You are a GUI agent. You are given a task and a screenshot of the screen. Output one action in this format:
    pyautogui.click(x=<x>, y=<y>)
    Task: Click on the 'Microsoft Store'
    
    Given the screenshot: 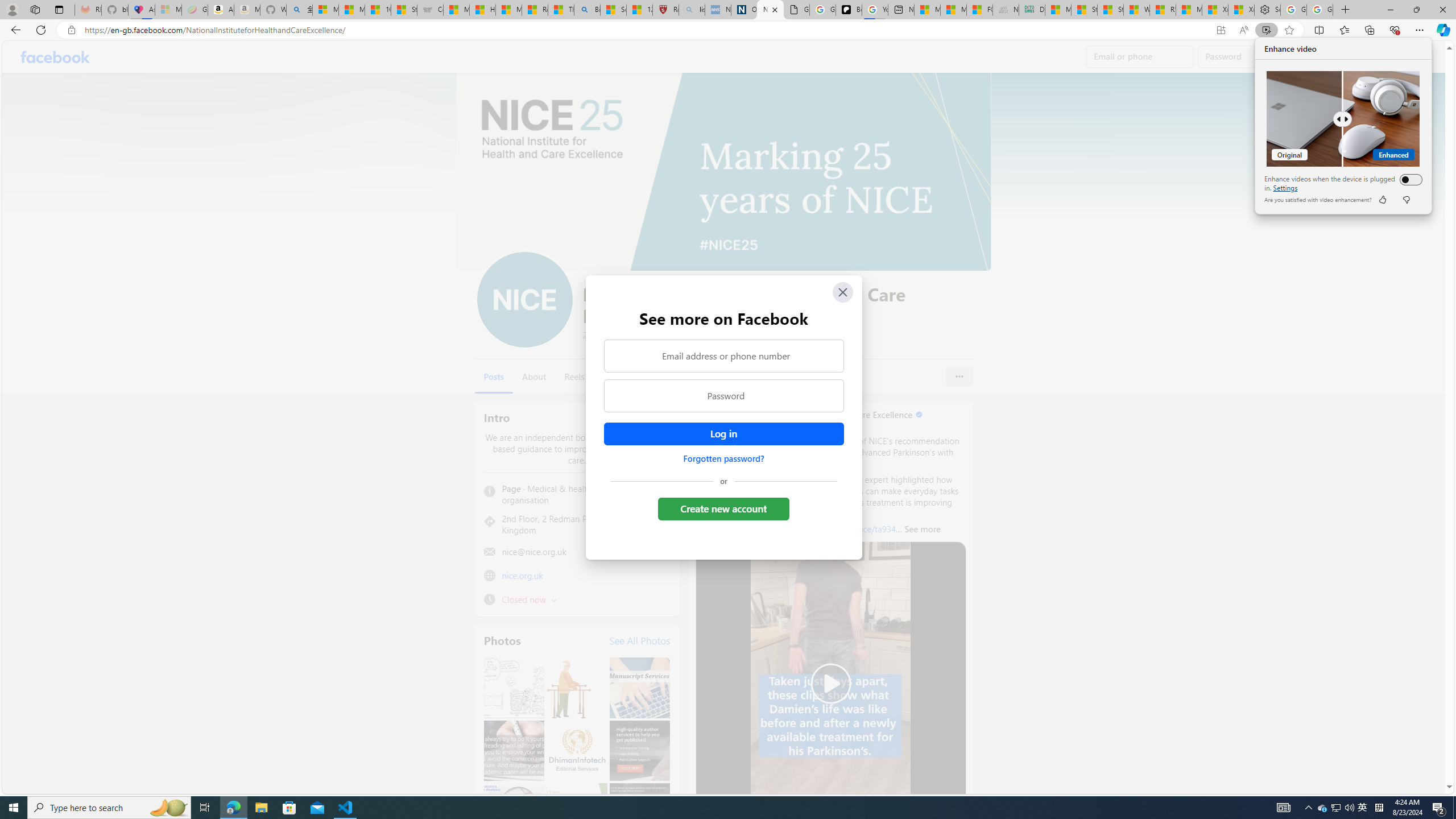 What is the action you would take?
    pyautogui.click(x=289, y=806)
    